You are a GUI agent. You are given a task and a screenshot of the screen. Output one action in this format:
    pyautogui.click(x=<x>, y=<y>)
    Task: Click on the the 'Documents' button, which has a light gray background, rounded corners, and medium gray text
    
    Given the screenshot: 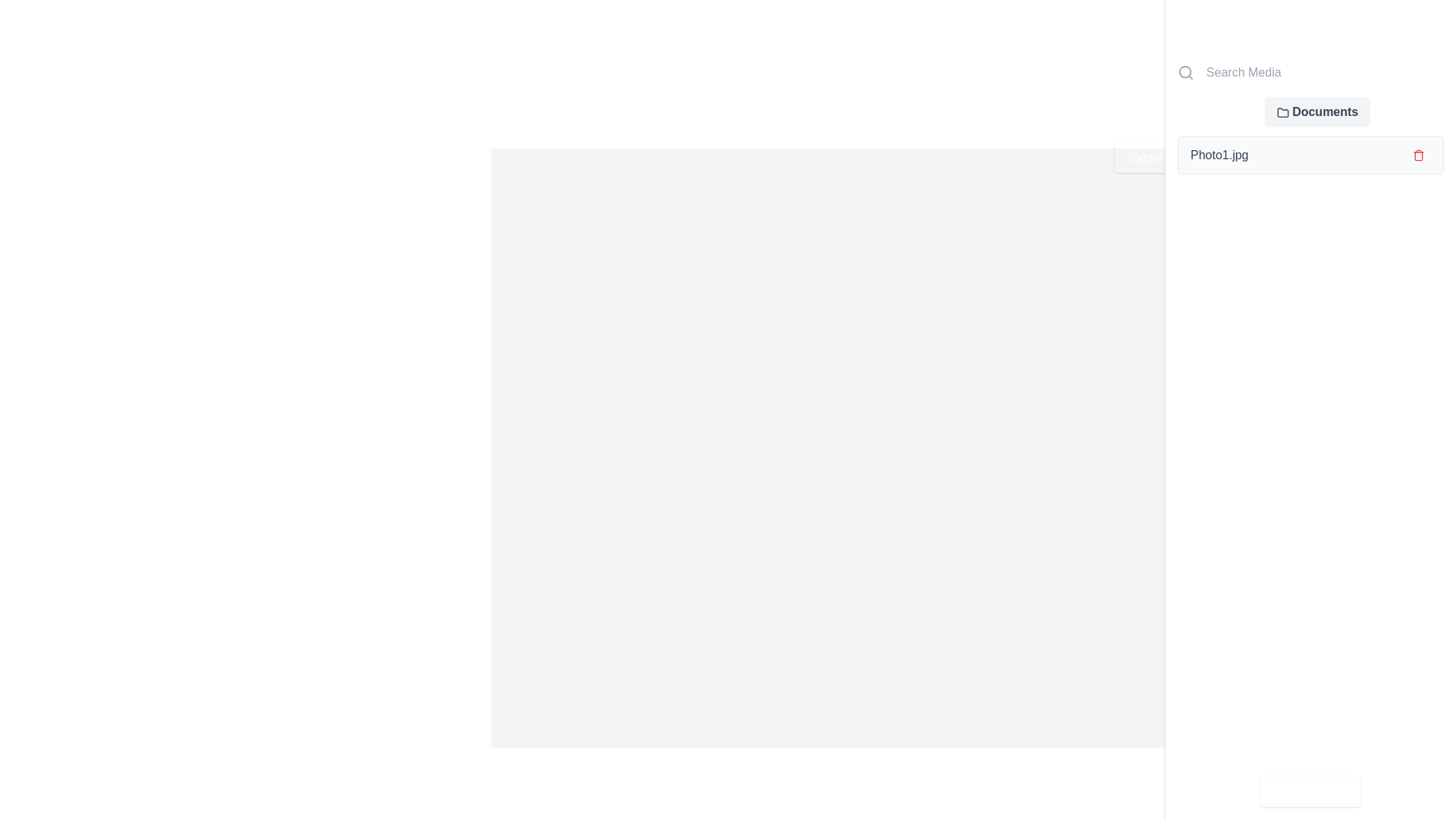 What is the action you would take?
    pyautogui.click(x=1310, y=111)
    